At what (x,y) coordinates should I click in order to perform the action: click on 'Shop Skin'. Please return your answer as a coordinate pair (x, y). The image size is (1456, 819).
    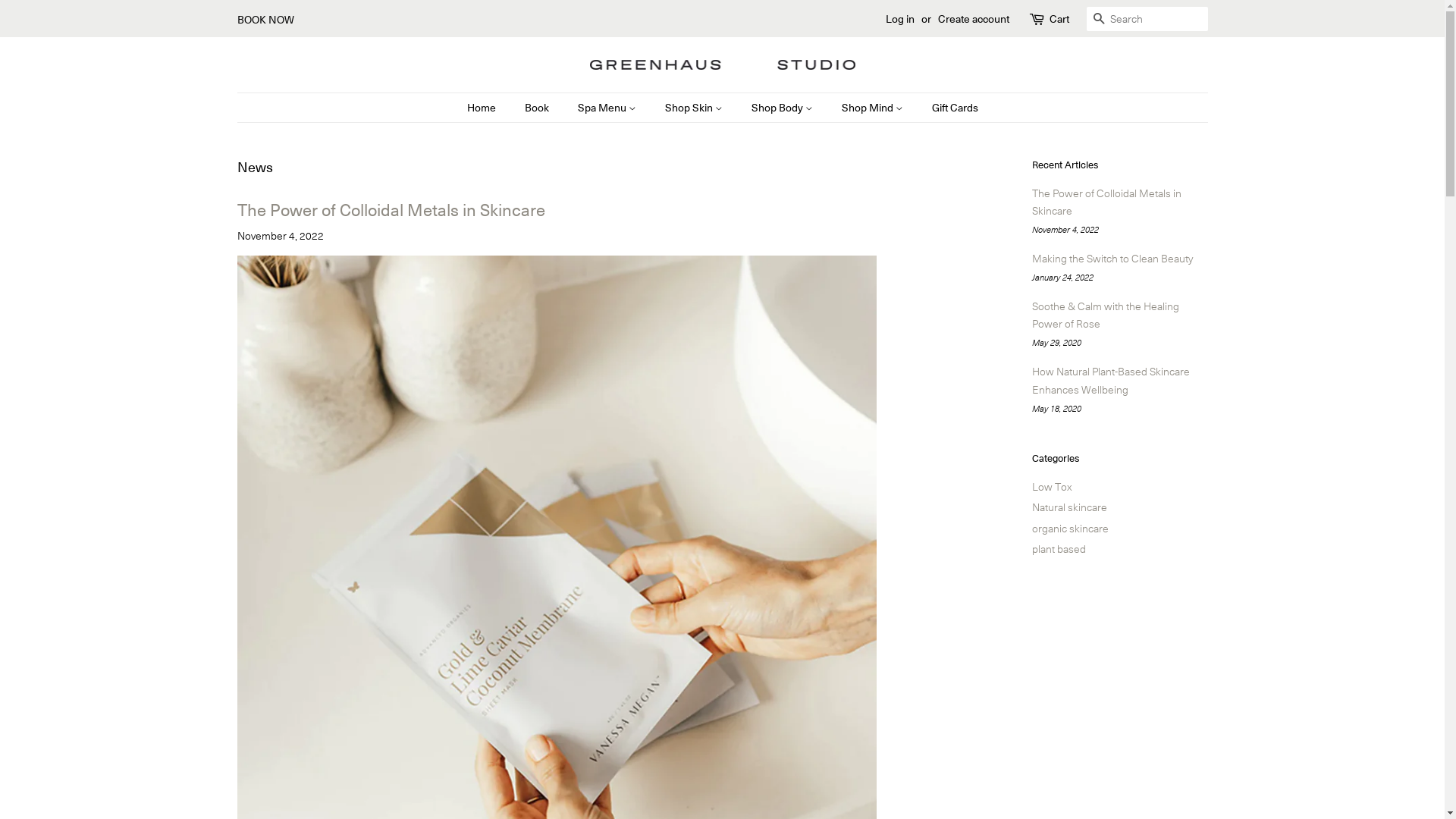
    Looking at the image, I should click on (654, 107).